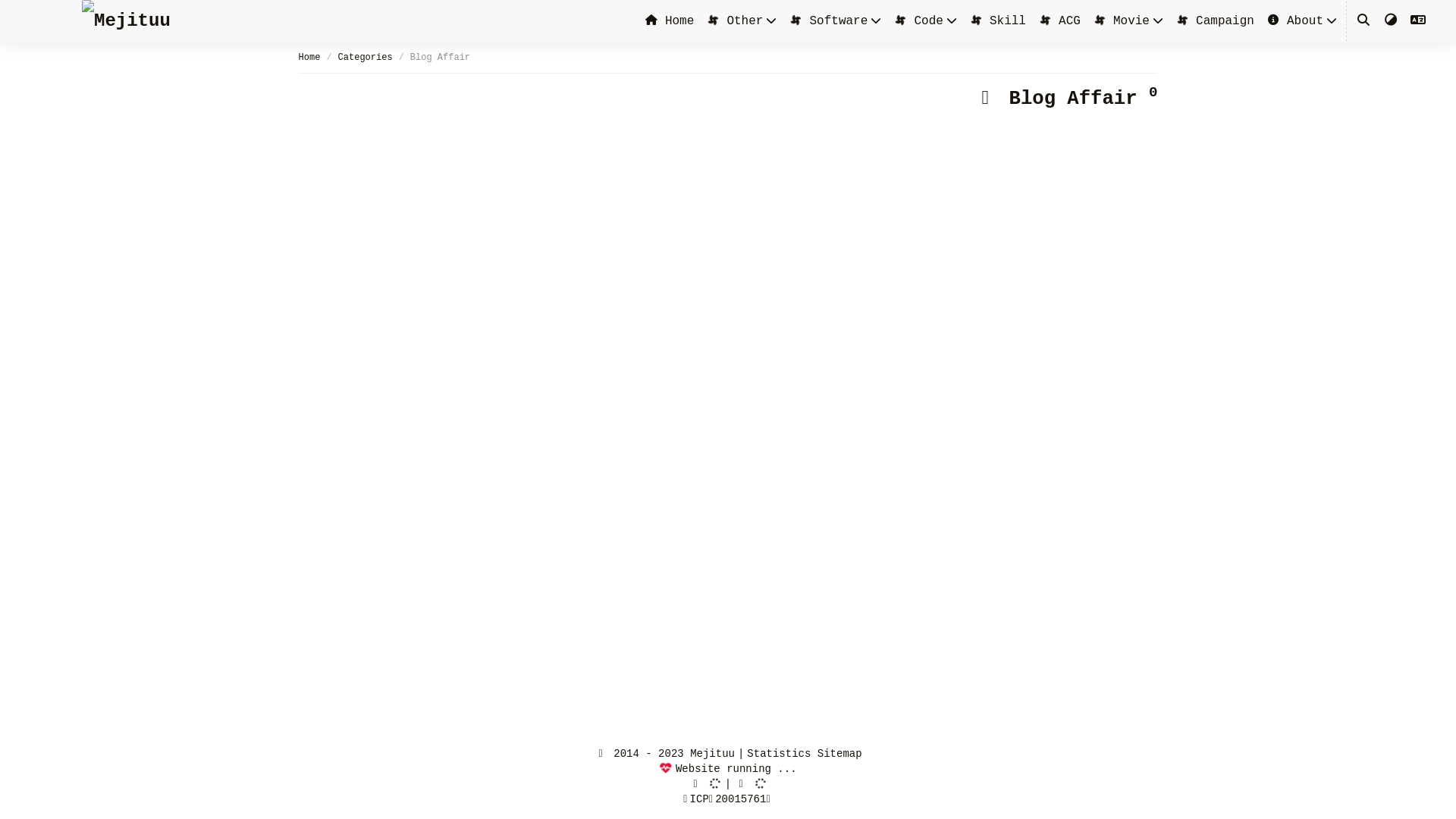 The height and width of the screenshot is (819, 1456). Describe the element at coordinates (669, 20) in the screenshot. I see `'Home'` at that location.